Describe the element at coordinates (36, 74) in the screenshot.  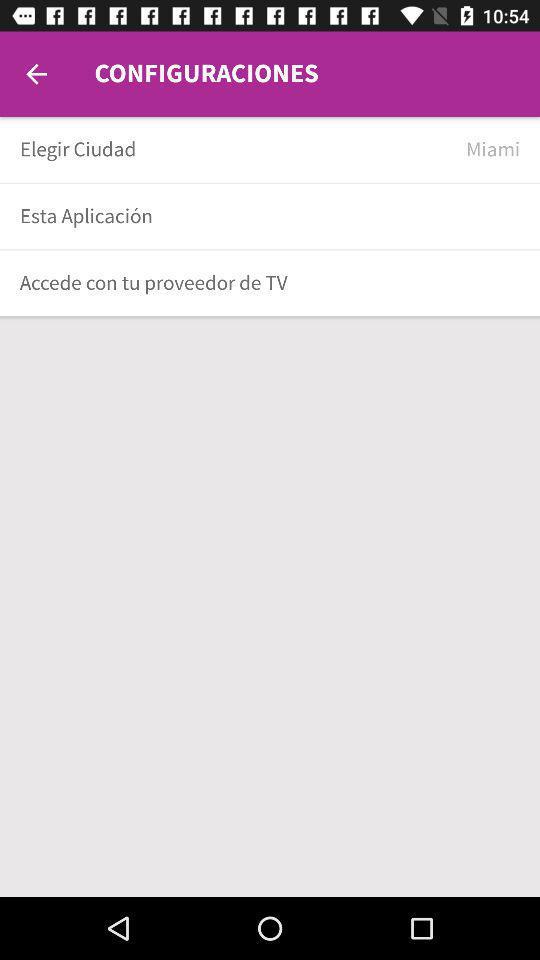
I see `the item next to the configuraciones item` at that location.